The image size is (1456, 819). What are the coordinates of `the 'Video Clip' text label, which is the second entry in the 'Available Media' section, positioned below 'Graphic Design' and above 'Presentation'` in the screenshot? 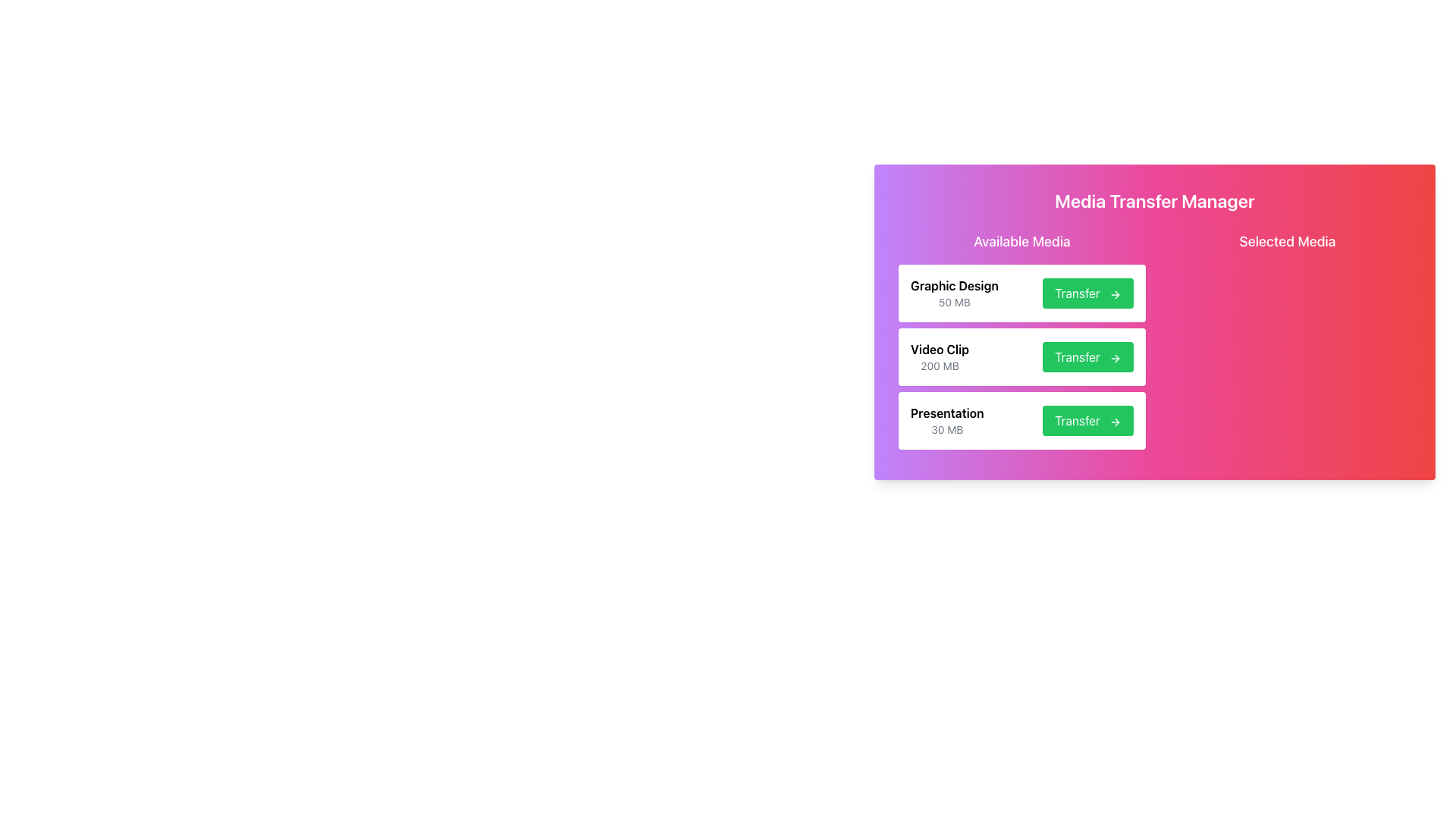 It's located at (939, 356).